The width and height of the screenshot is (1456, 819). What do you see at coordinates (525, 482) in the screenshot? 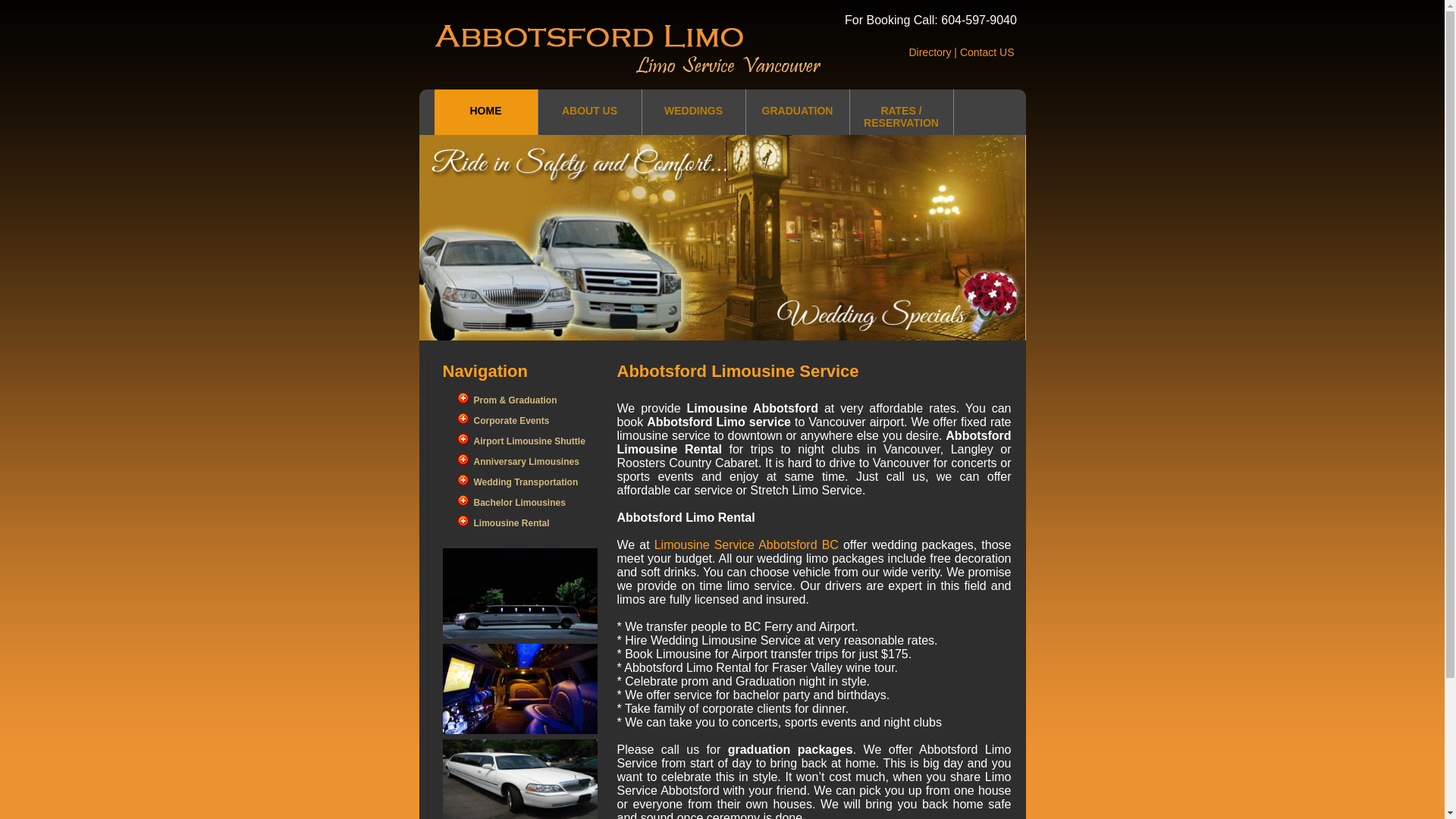
I see `'Wedding Transportation'` at bounding box center [525, 482].